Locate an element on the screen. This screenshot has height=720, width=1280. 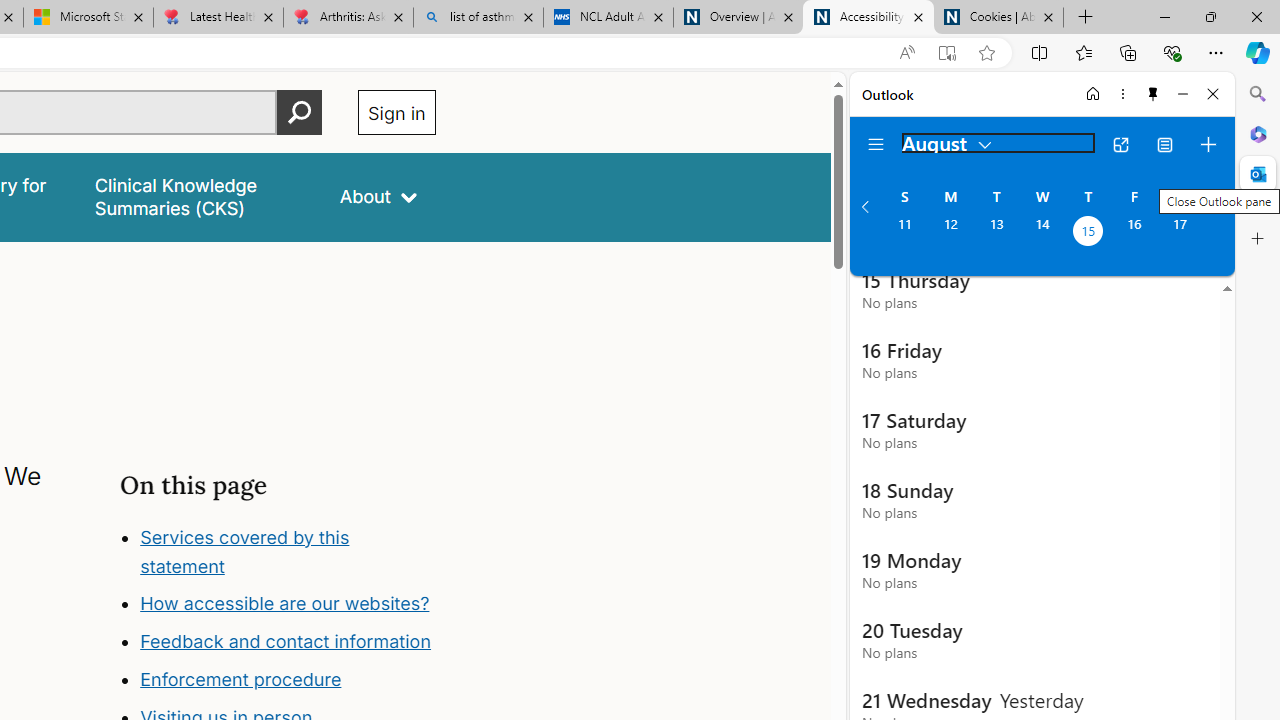
'false' is located at coordinates (199, 197).